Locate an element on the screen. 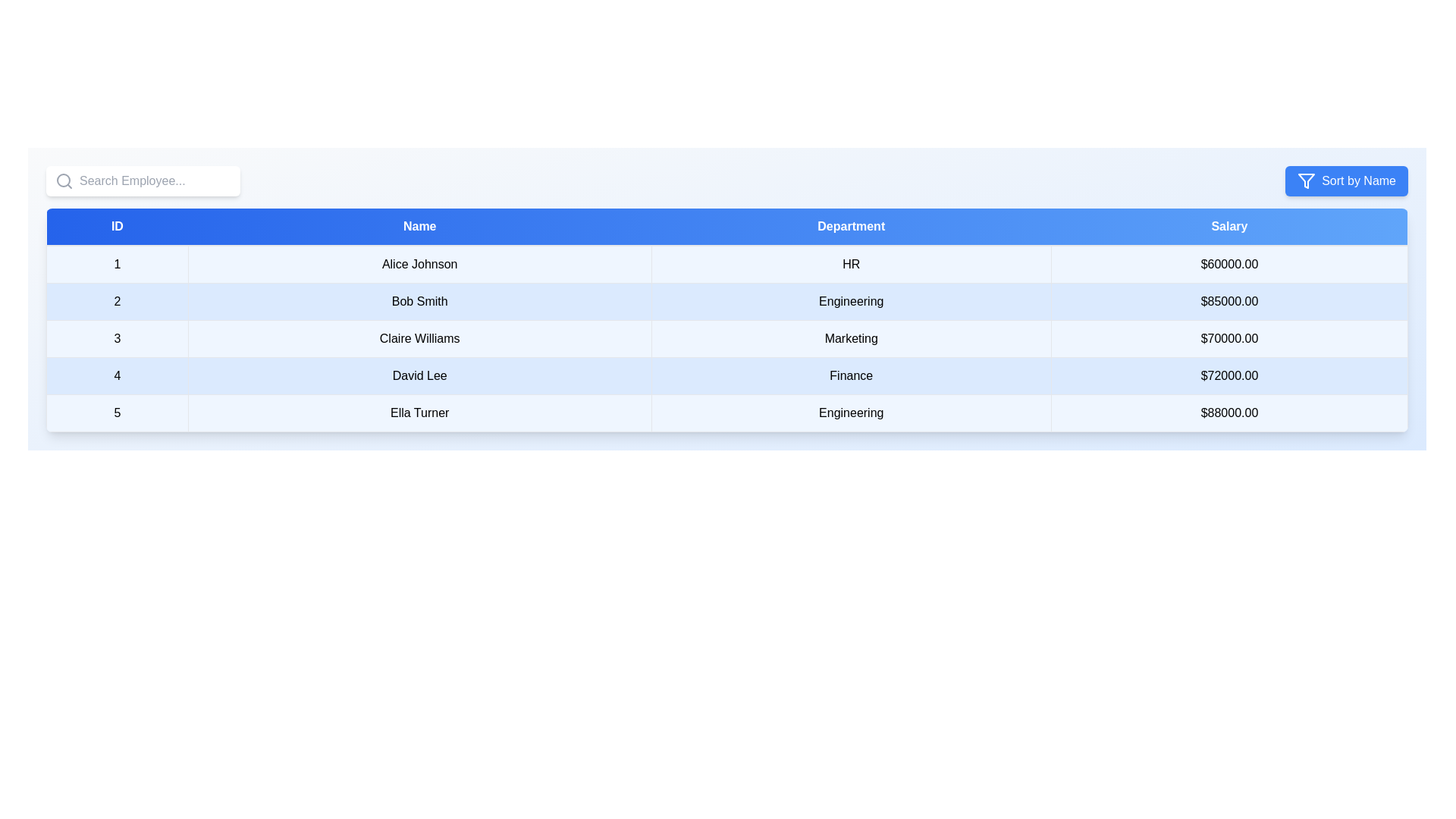  the filter/sorting icon located at the top right of the interface, which is part of a button preceding the text 'Sort by Name' is located at coordinates (1306, 180).